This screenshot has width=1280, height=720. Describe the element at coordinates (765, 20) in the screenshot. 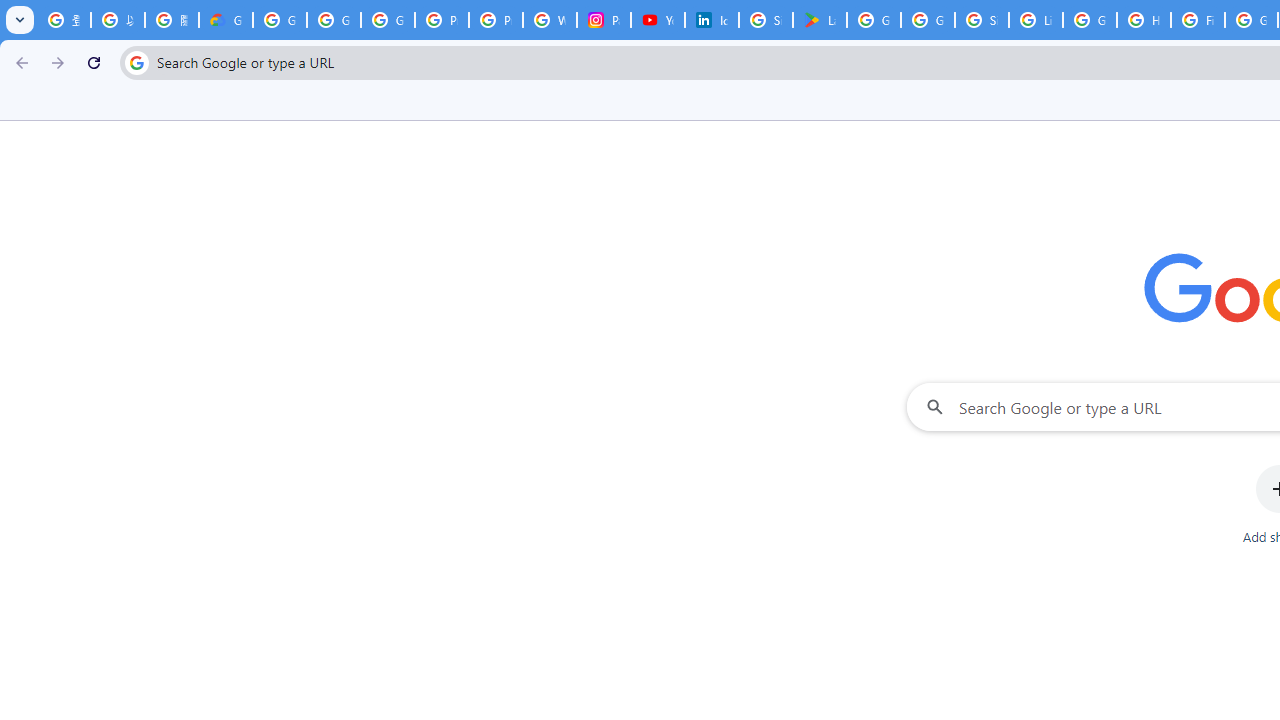

I see `'Sign in - Google Accounts'` at that location.